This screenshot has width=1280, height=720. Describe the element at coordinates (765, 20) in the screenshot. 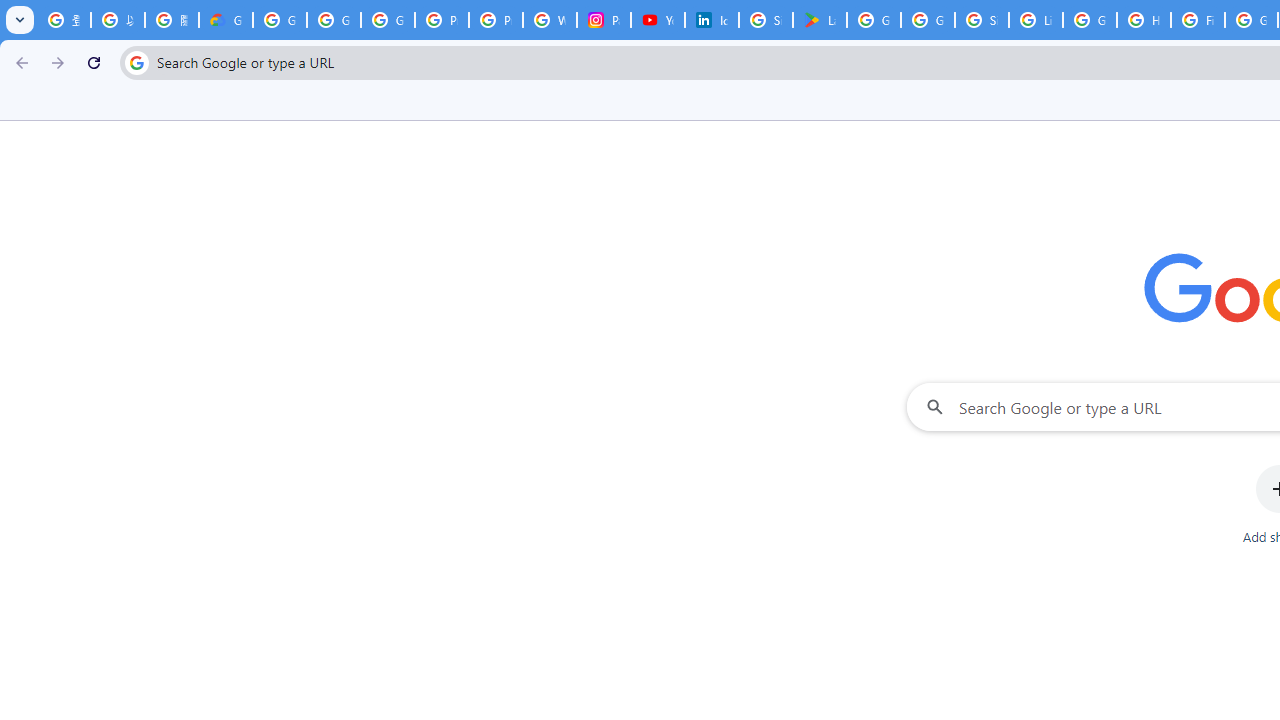

I see `'Sign in - Google Accounts'` at that location.